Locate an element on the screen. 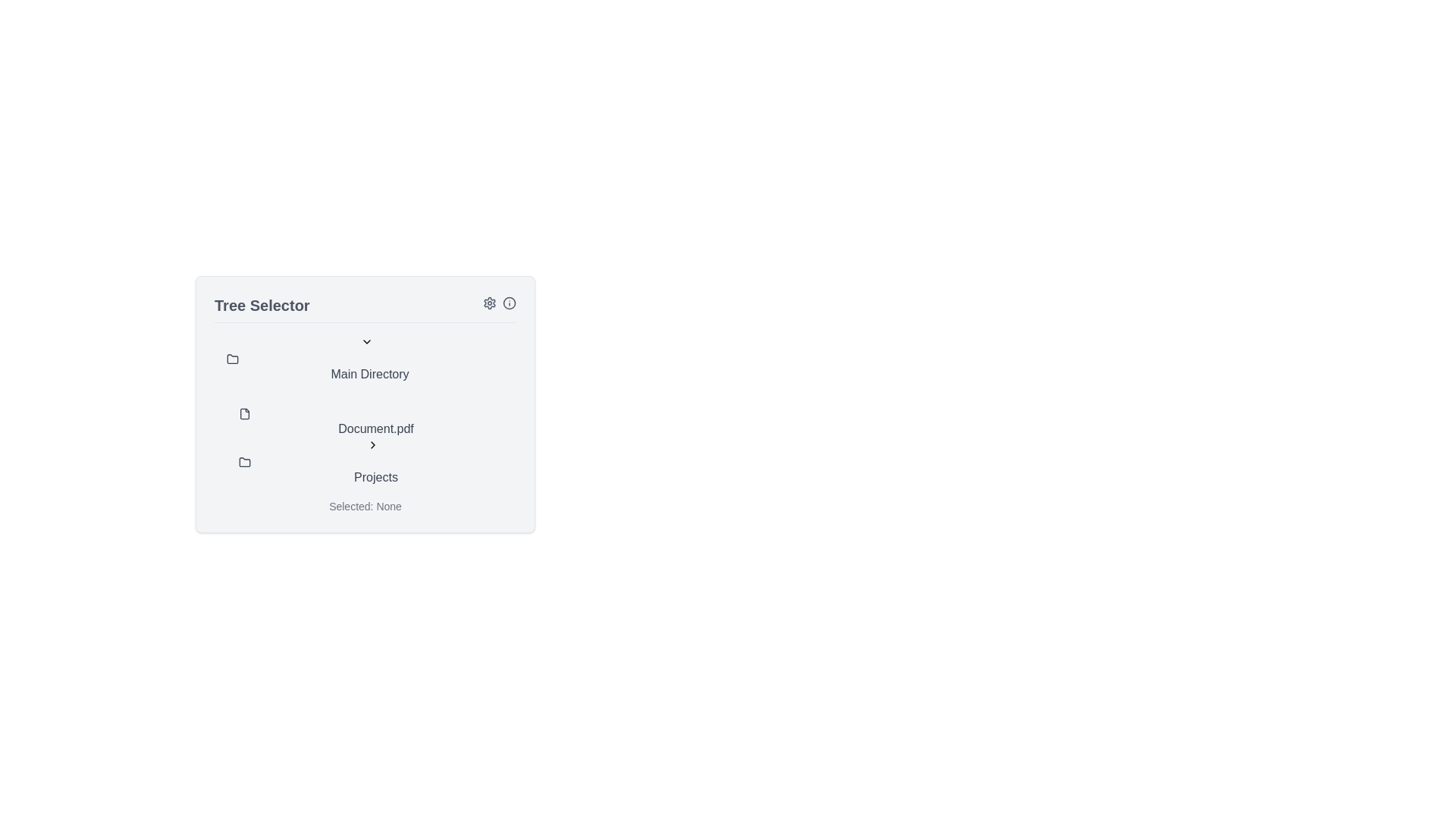 The width and height of the screenshot is (1456, 819). the folder icon located to the left of the text 'Projects' in the tree selector panel is located at coordinates (244, 461).